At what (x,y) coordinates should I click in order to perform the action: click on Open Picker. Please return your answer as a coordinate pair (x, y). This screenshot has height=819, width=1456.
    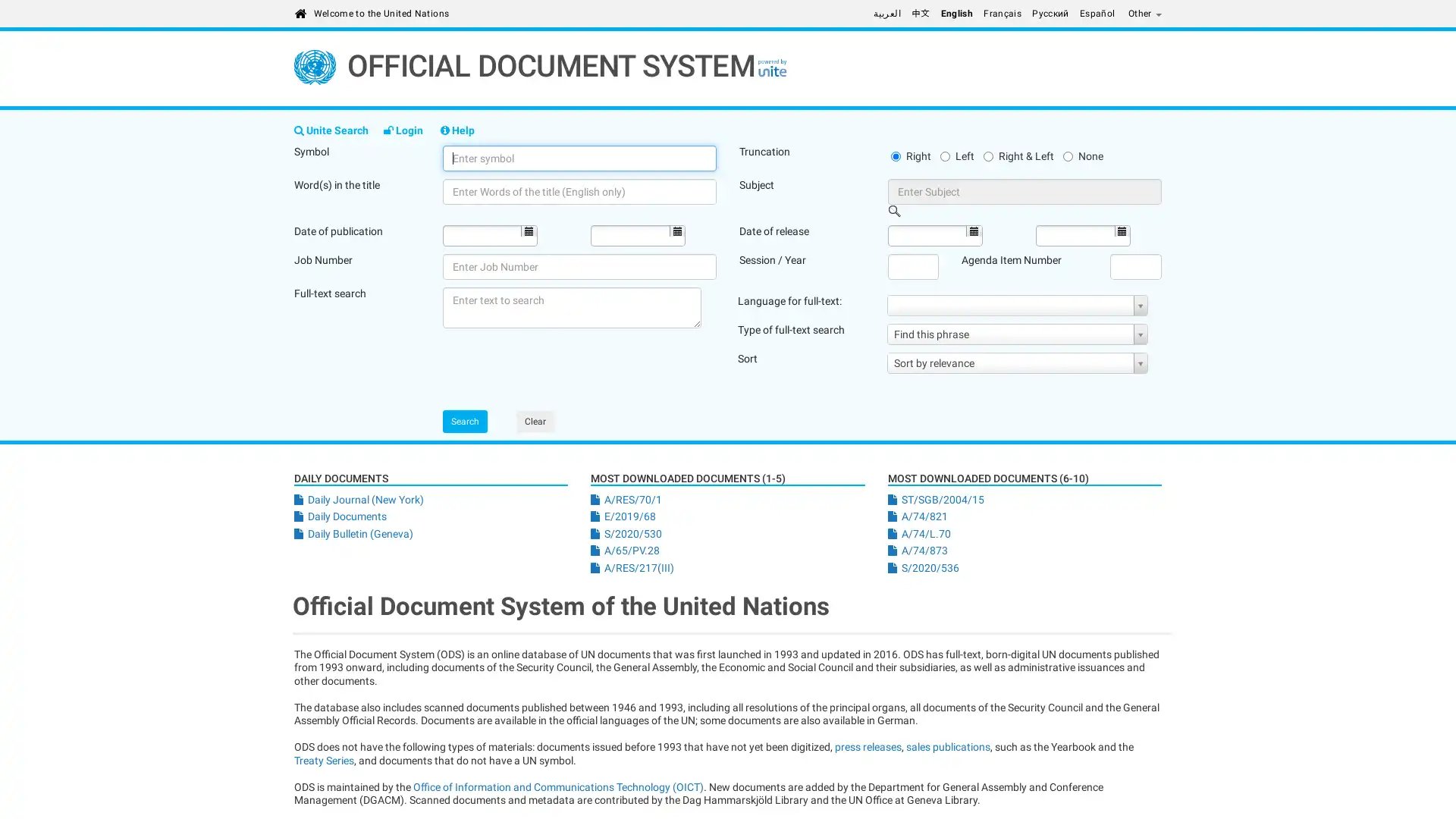
    Looking at the image, I should click on (893, 210).